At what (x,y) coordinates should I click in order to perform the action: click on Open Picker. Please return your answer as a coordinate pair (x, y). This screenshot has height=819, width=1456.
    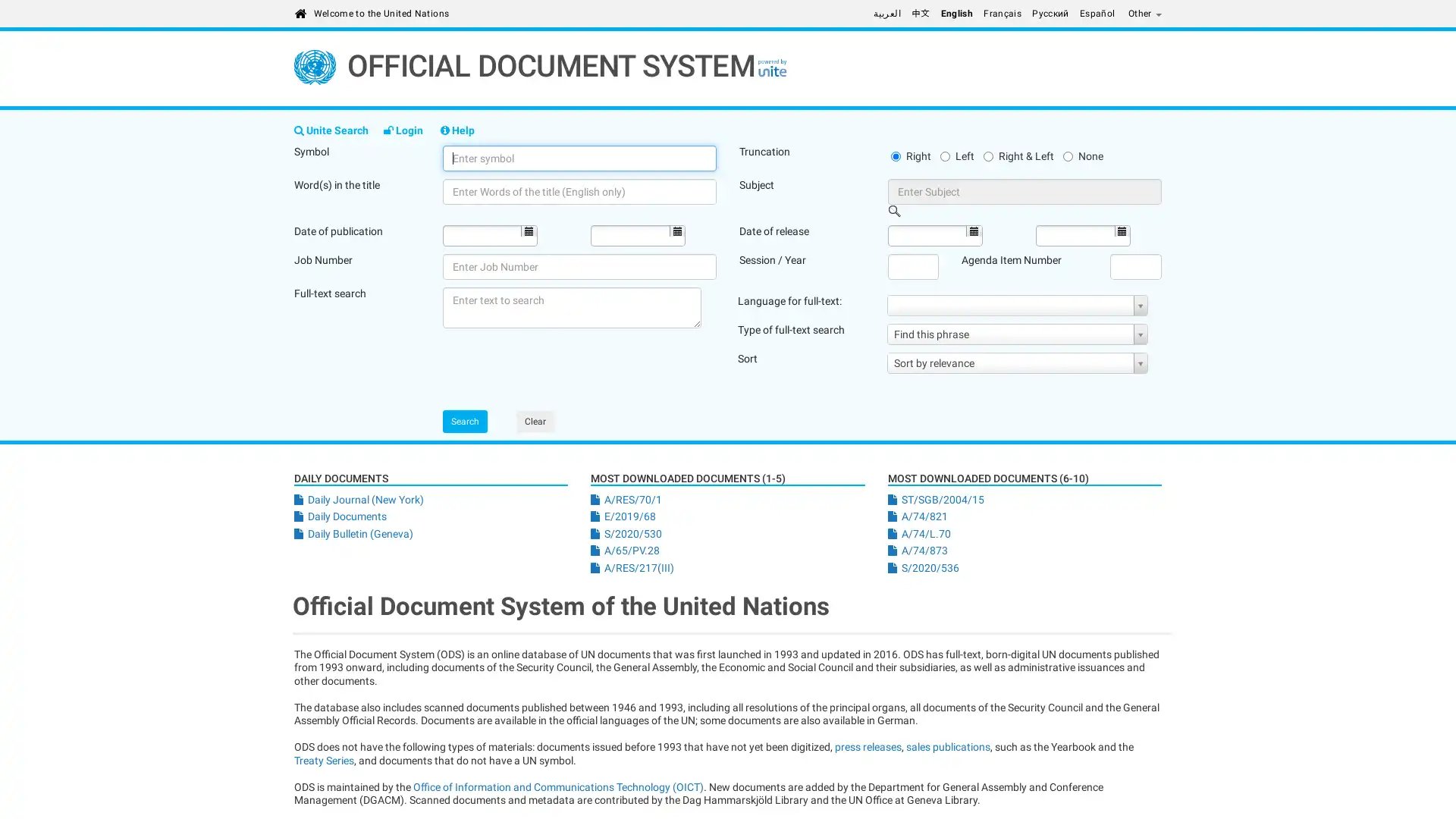
    Looking at the image, I should click on (893, 210).